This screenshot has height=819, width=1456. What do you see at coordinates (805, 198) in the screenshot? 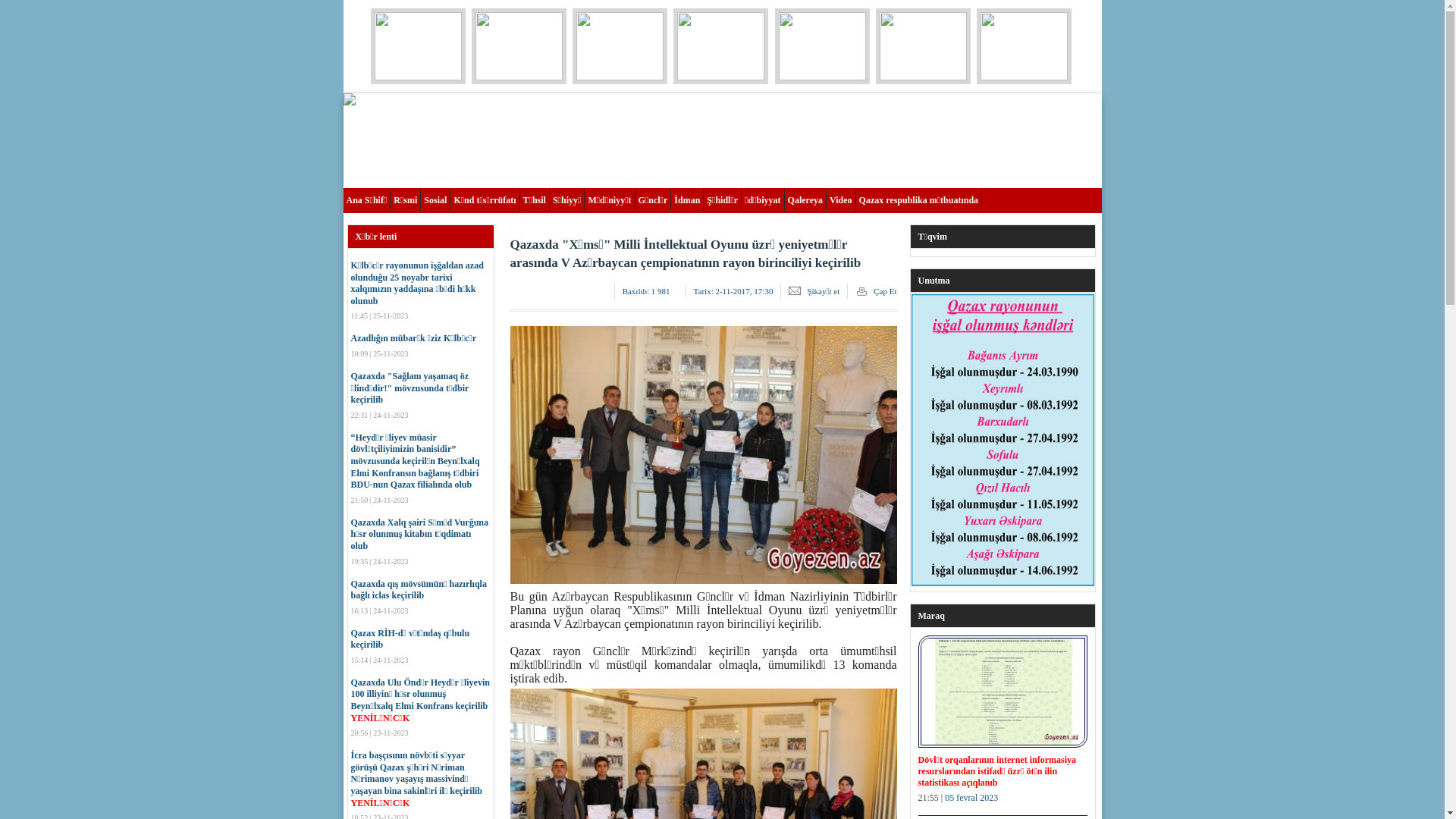
I see `'Qalereya'` at bounding box center [805, 198].